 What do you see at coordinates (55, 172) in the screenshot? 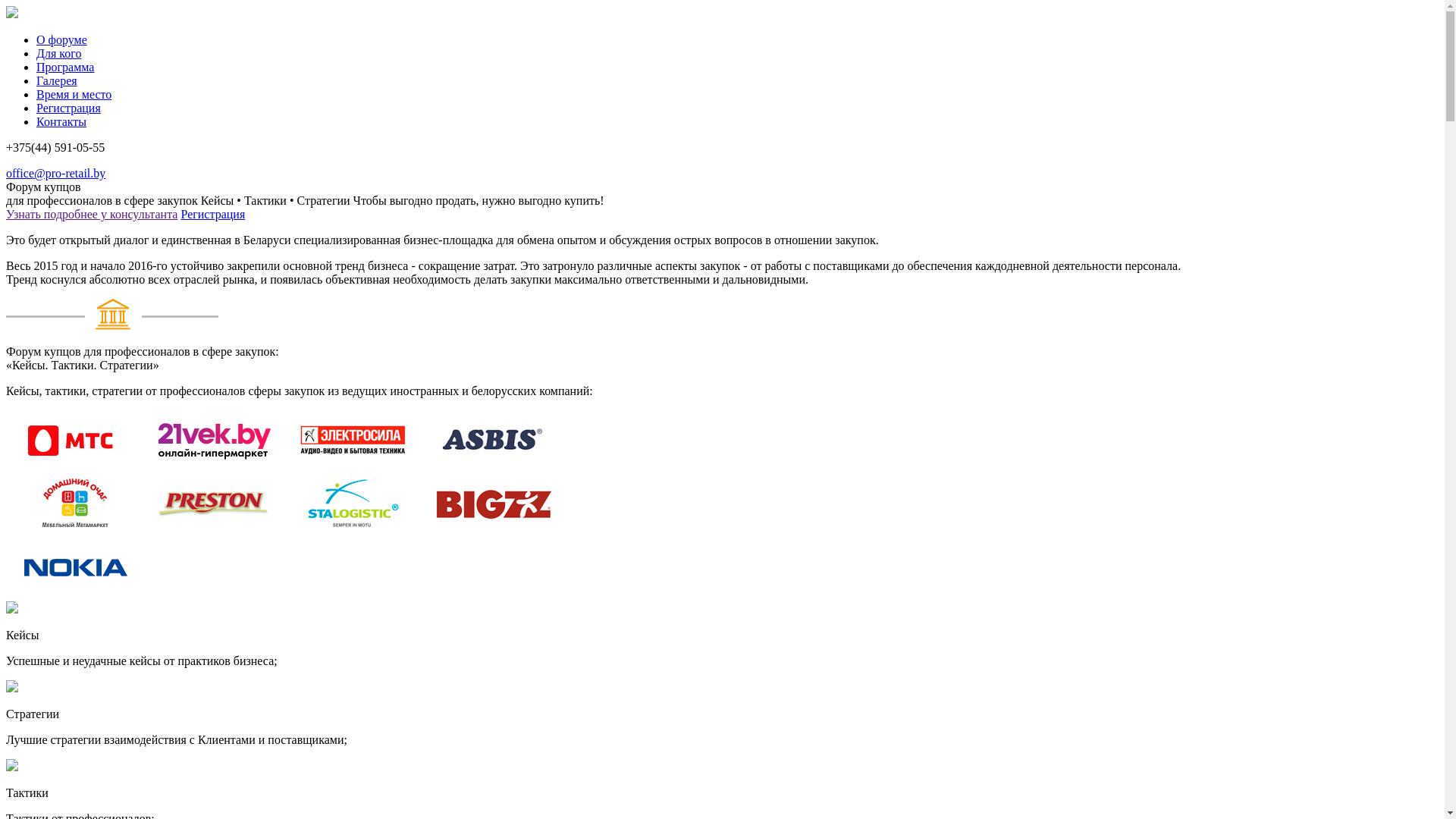
I see `'office@pro-retail.by'` at bounding box center [55, 172].